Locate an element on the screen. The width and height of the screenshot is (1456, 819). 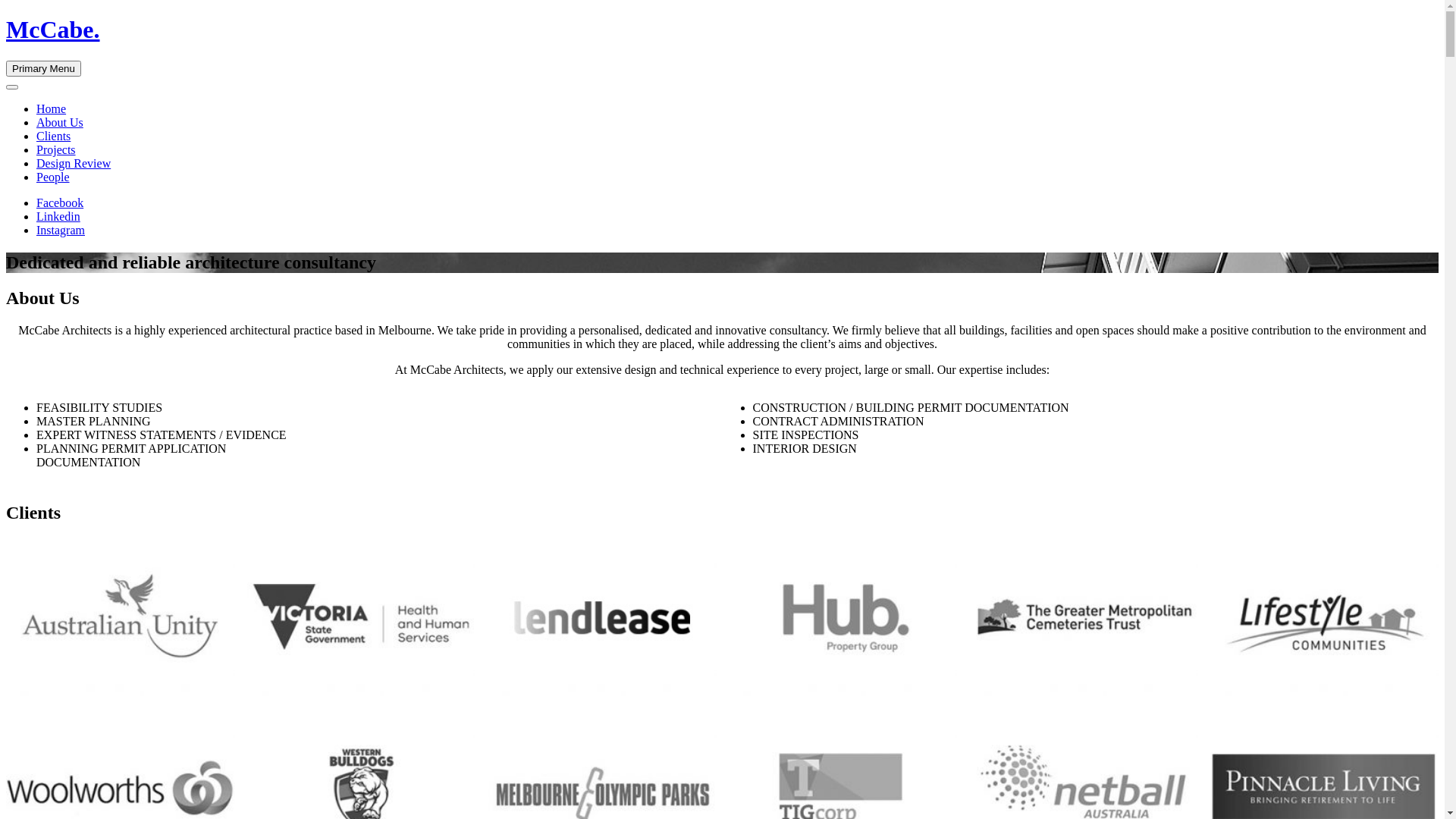
'Design Review' is located at coordinates (72, 163).